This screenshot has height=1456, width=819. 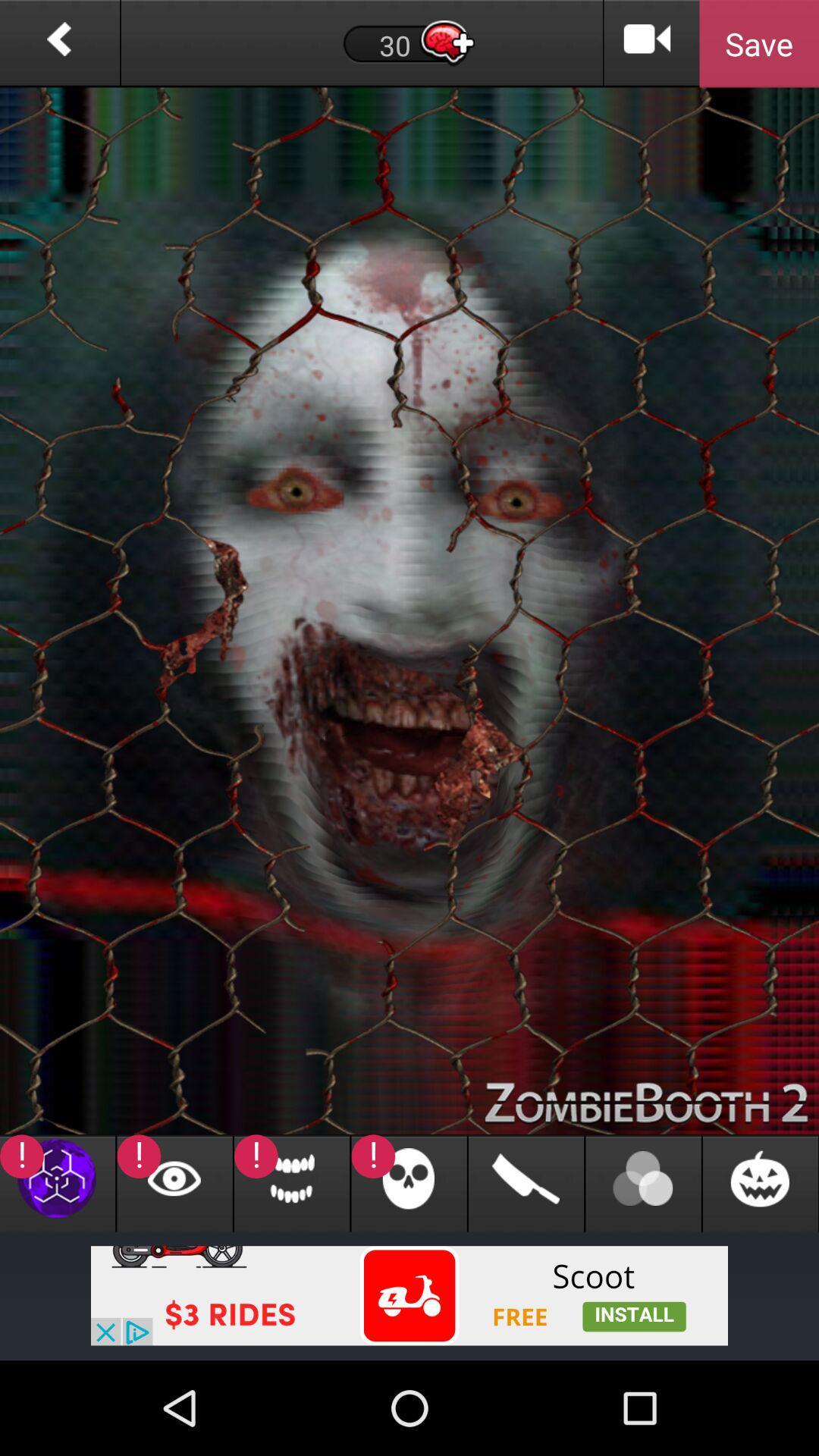 What do you see at coordinates (58, 46) in the screenshot?
I see `the arrow_backward icon` at bounding box center [58, 46].